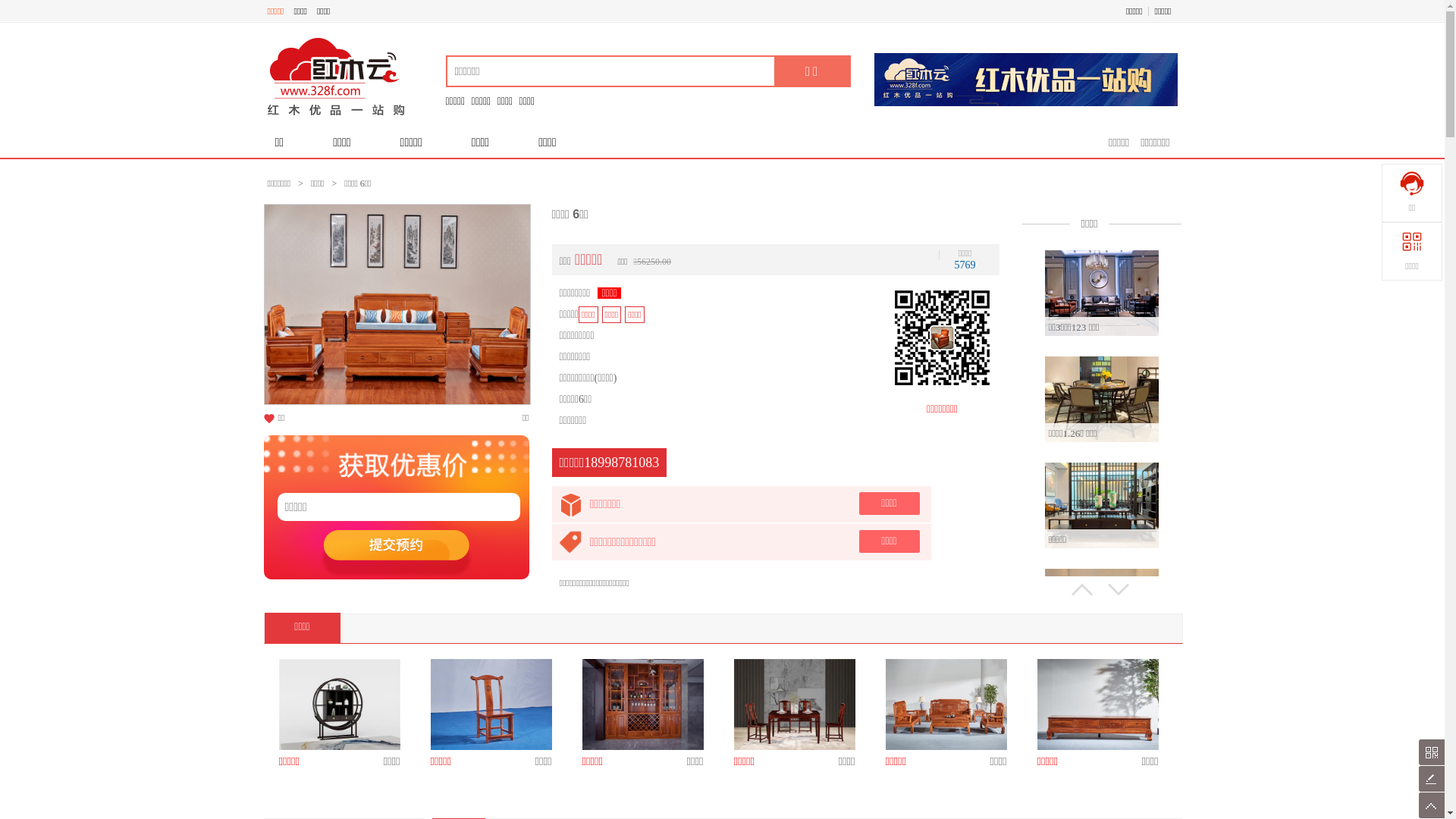 This screenshot has height=819, width=1456. I want to click on '5769', so click(964, 264).